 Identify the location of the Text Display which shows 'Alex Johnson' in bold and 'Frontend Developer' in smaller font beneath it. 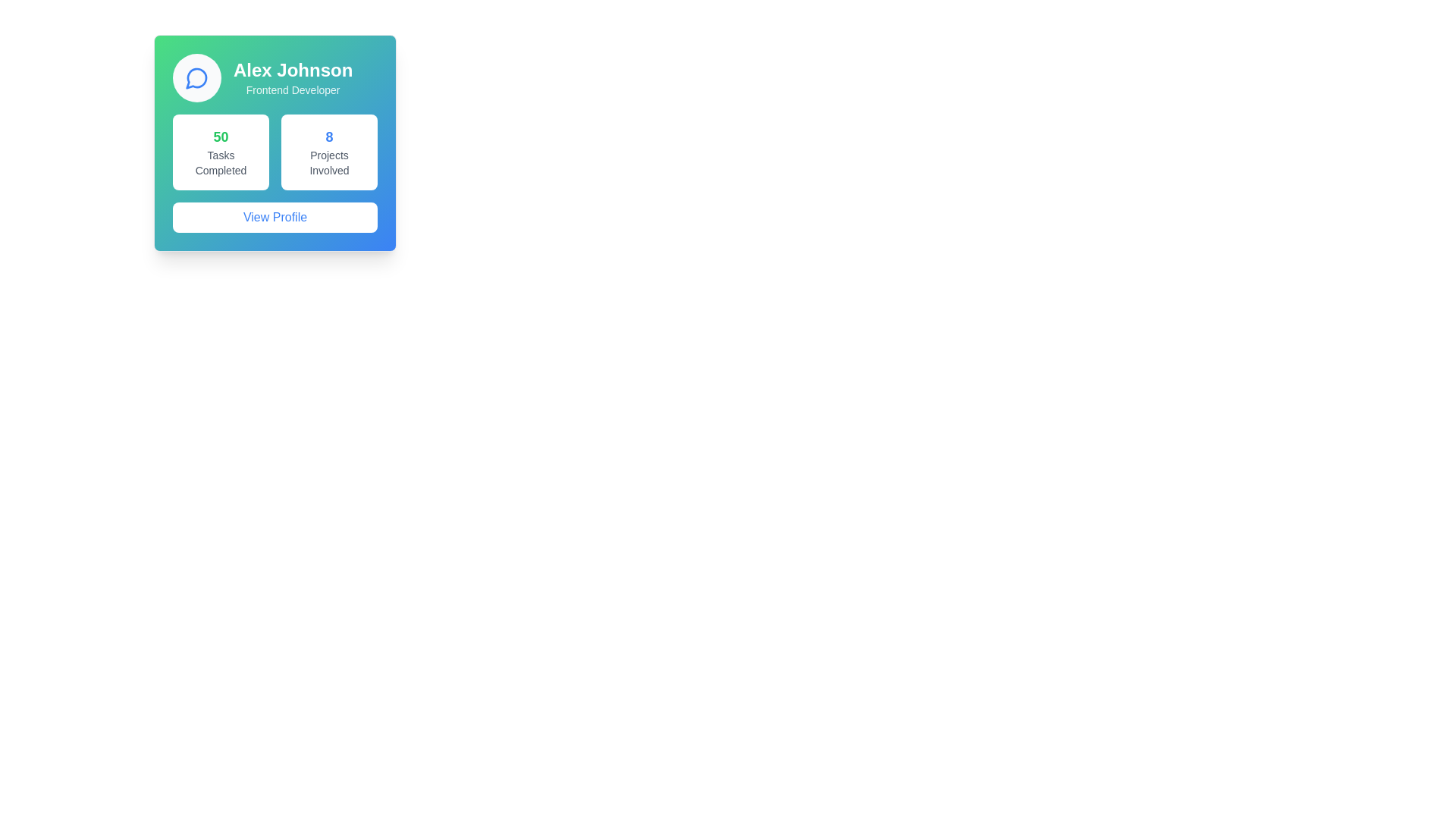
(293, 78).